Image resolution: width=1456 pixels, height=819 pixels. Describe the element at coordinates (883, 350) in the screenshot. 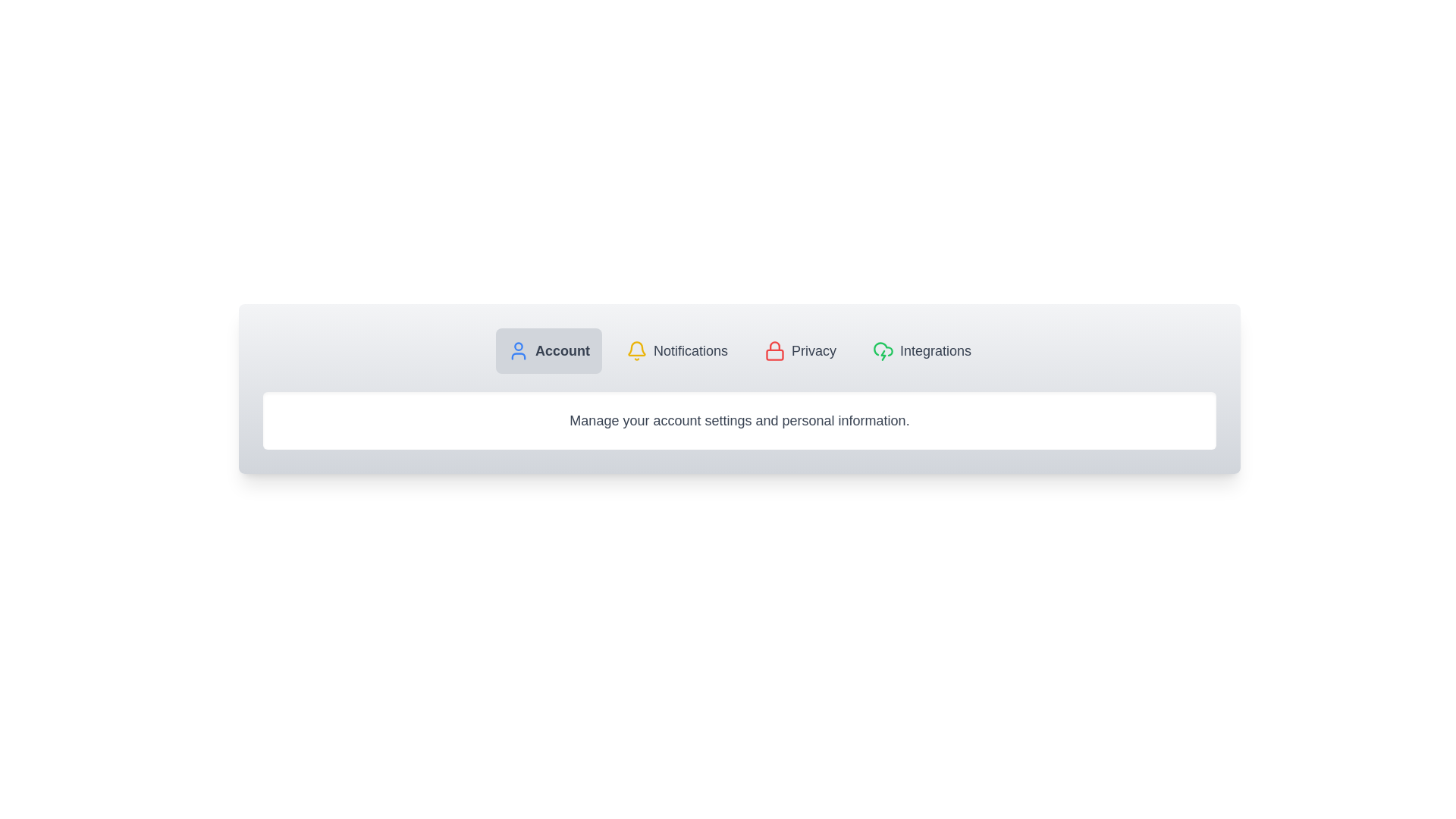

I see `the 'Integrations' icon located in the top-right region of the menu bar, which visually cues the associated menu item` at that location.